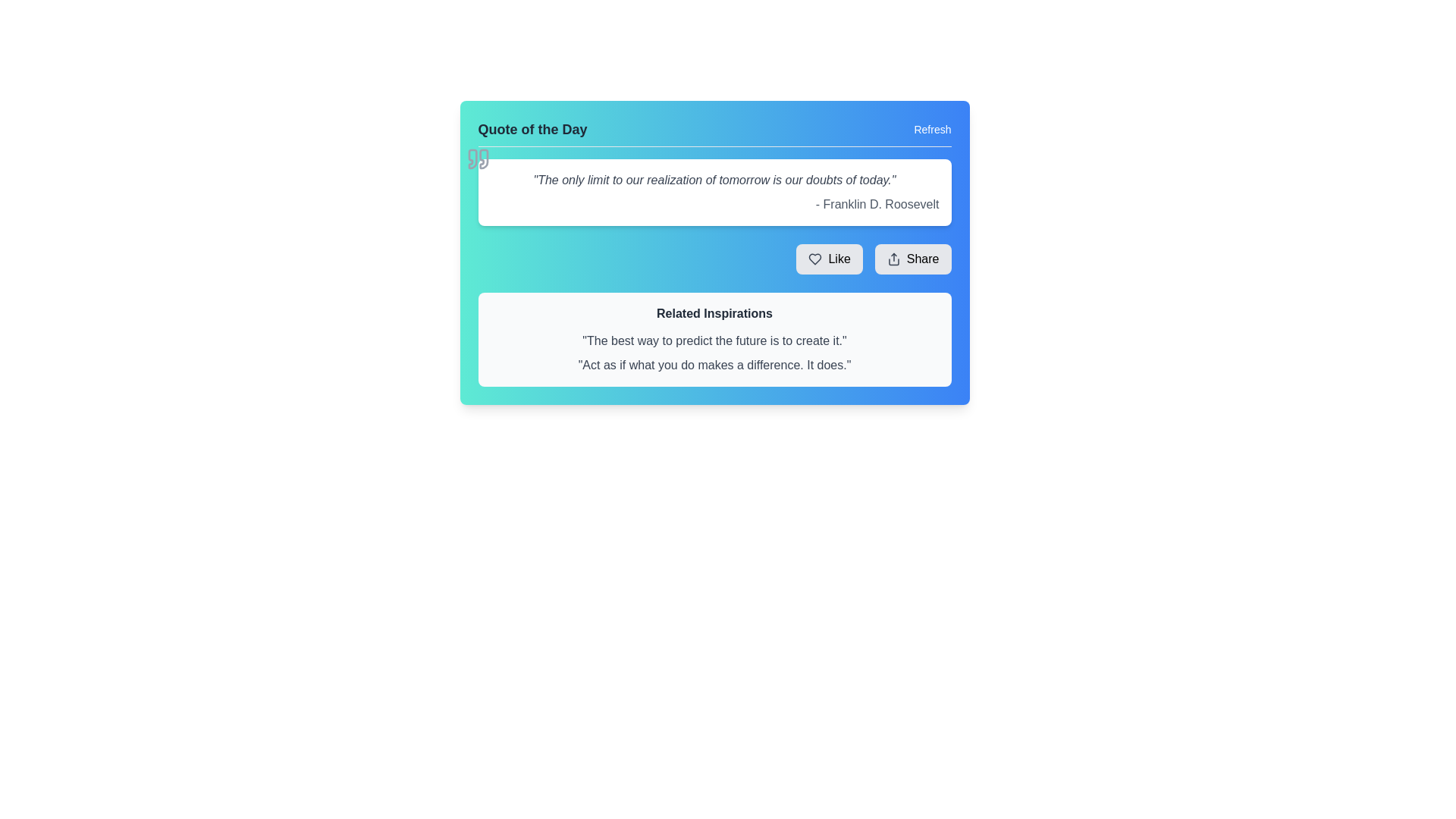  I want to click on the small dark gray share icon, which features an upward arrow emerging from a rectangular base, located within the 'Share' button, so click(893, 259).